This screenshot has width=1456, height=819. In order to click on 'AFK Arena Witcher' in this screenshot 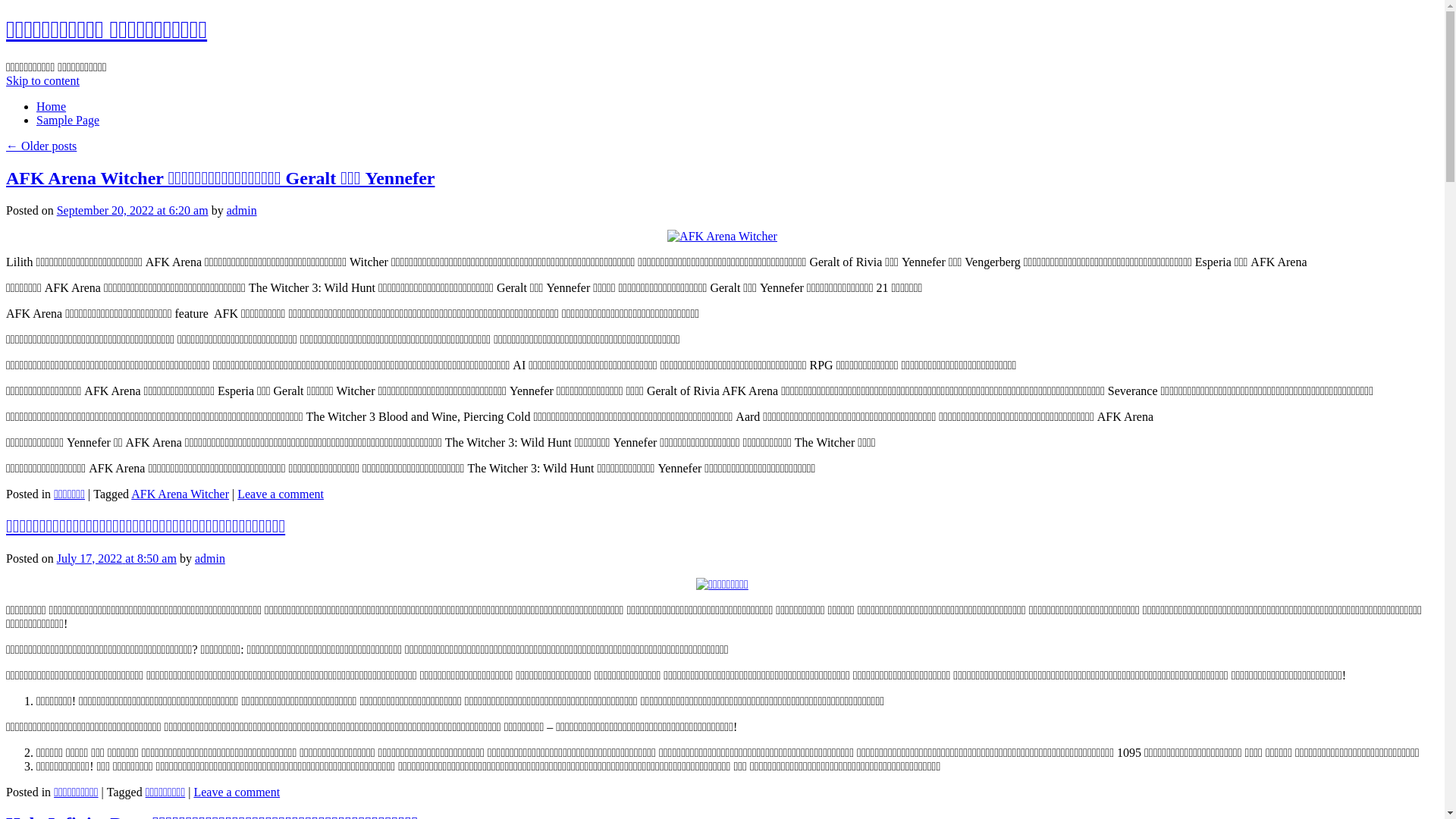, I will do `click(130, 494)`.